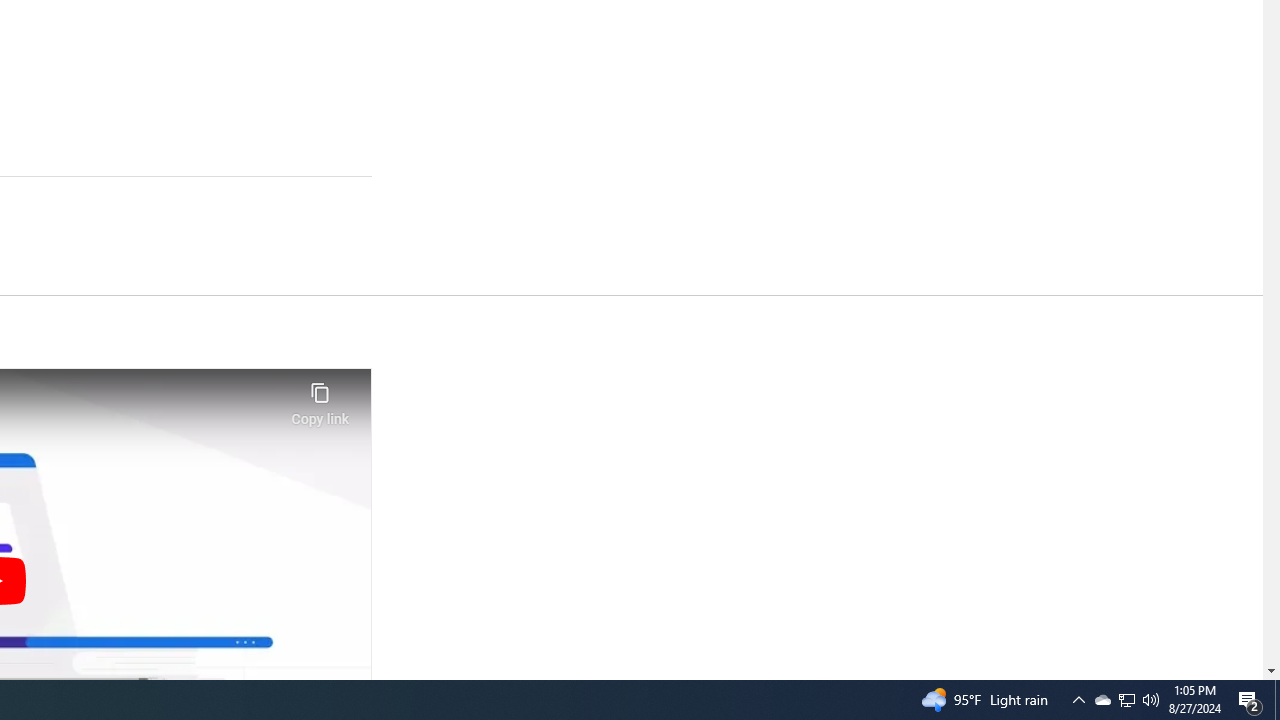 The height and width of the screenshot is (720, 1280). I want to click on 'Copy link', so click(320, 398).